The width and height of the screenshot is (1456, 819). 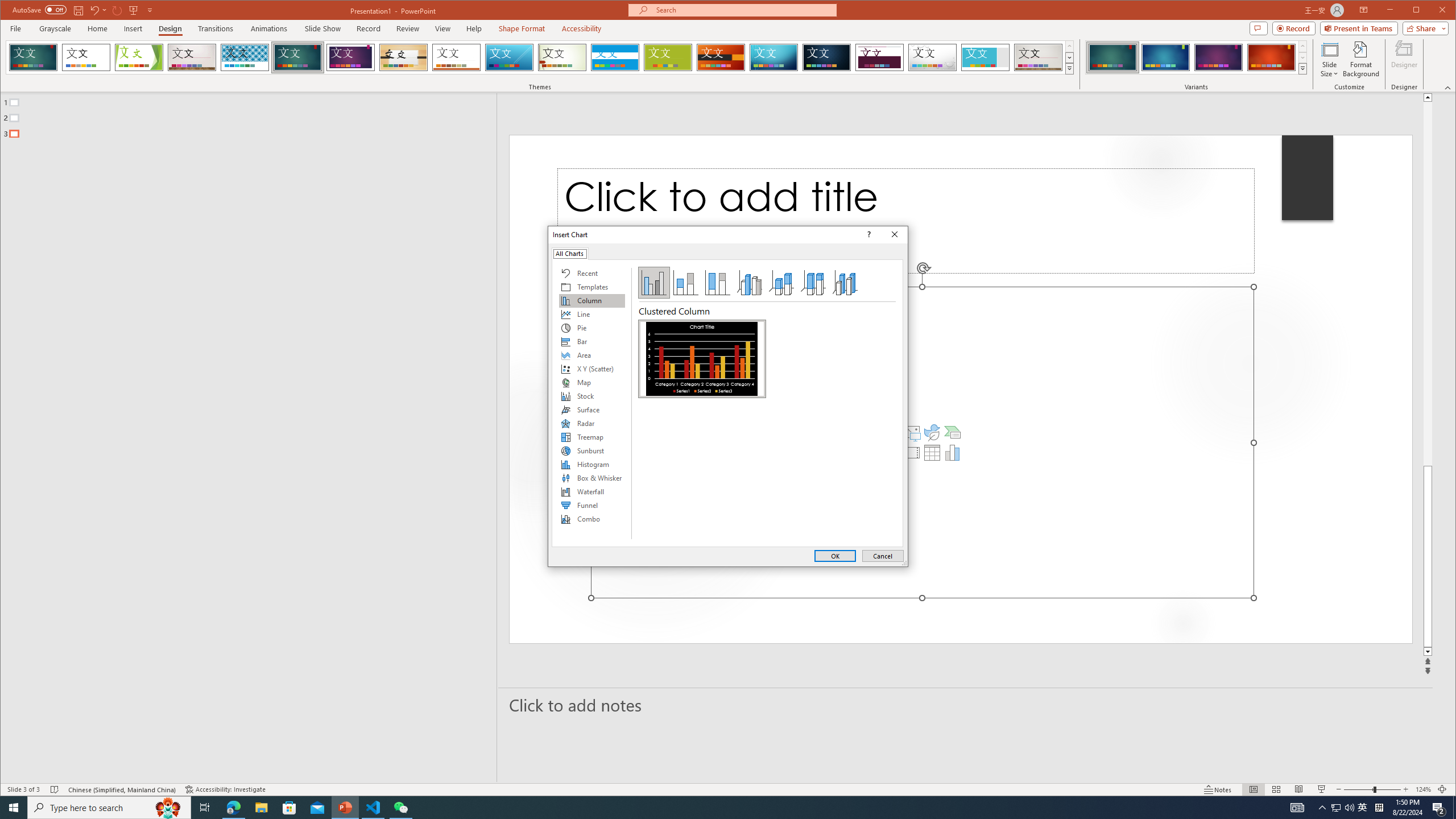 I want to click on 'Column', so click(x=591, y=300).